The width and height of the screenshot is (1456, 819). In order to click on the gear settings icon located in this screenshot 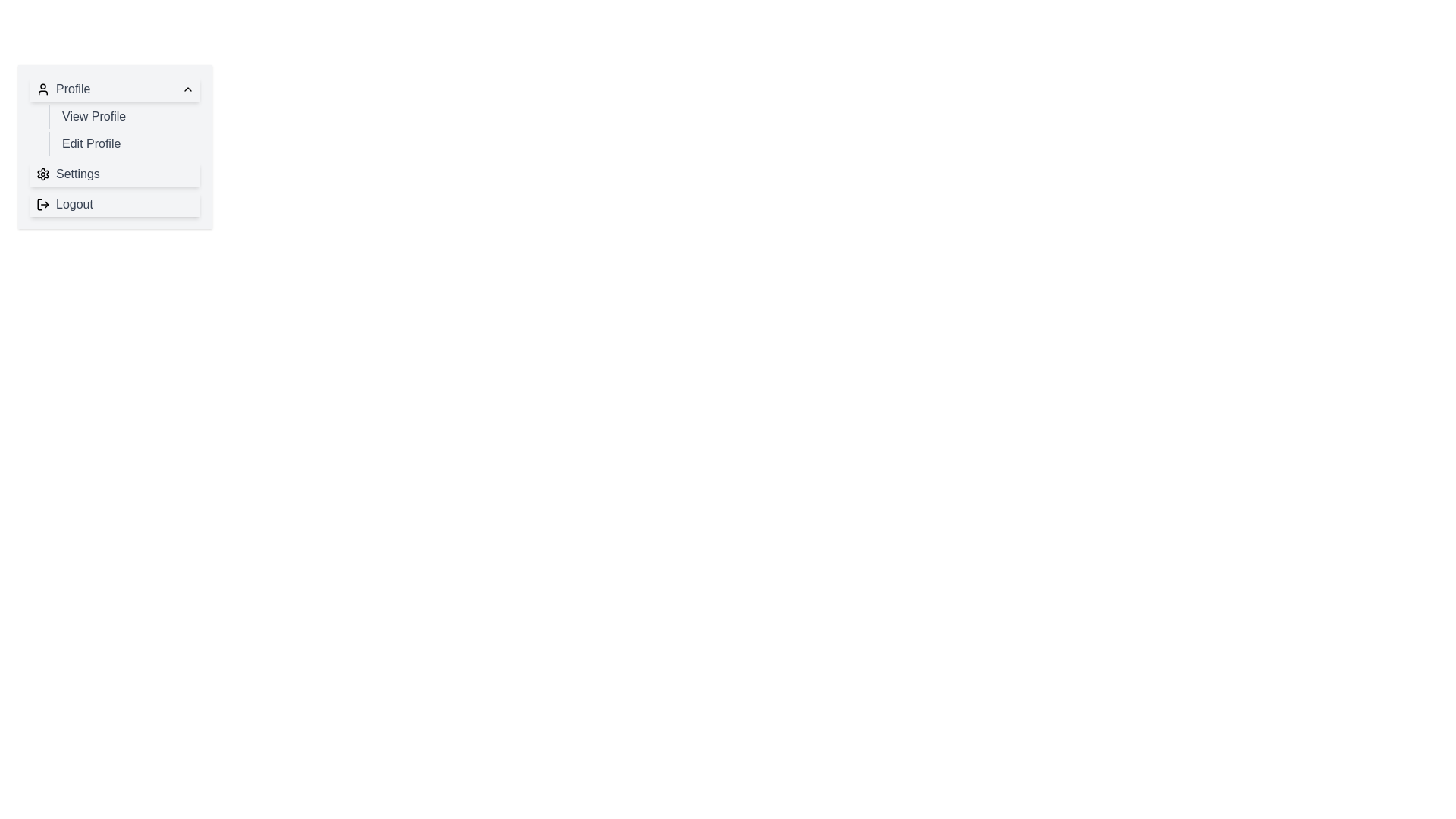, I will do `click(43, 174)`.